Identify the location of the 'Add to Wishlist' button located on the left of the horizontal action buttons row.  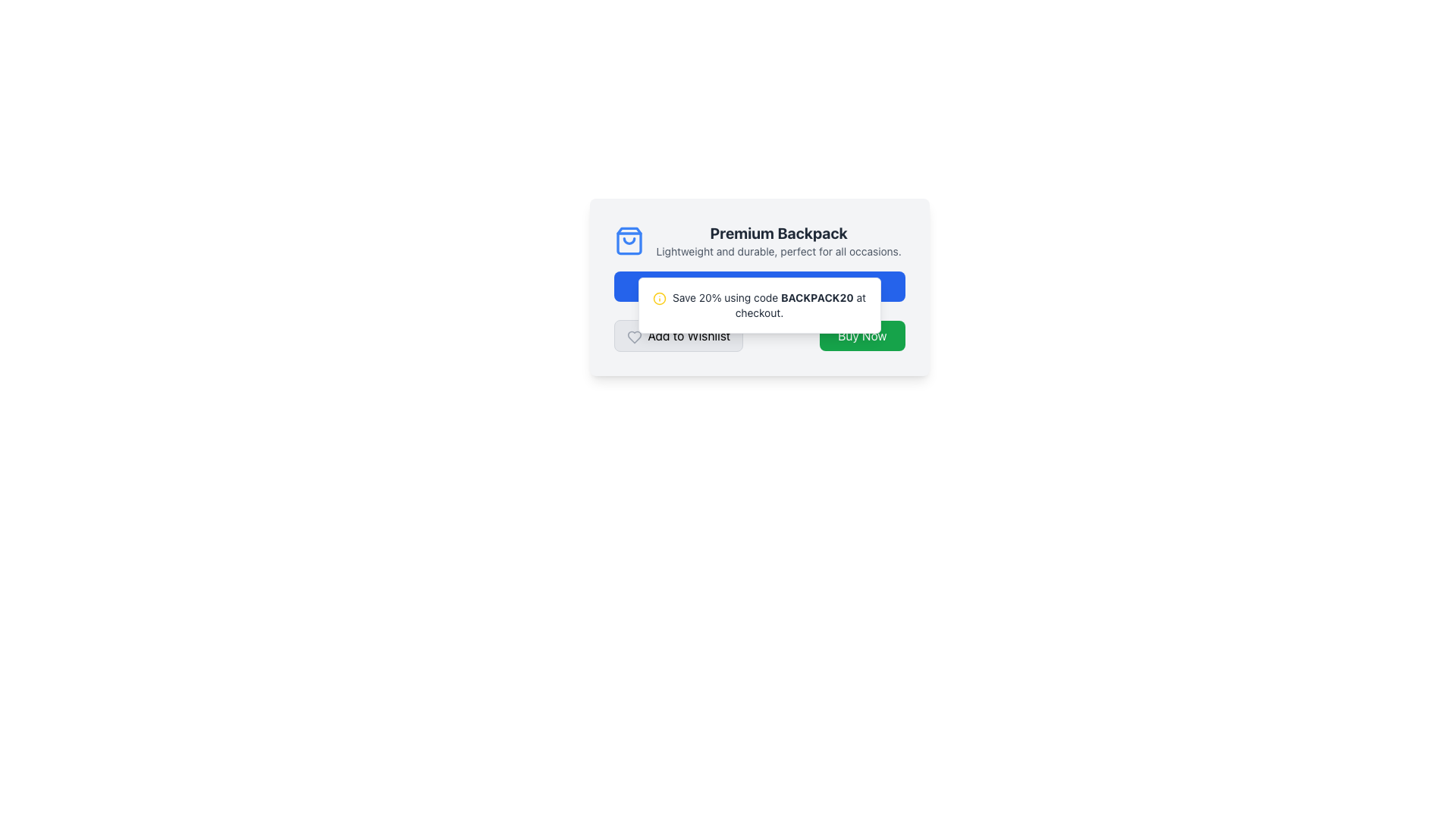
(677, 335).